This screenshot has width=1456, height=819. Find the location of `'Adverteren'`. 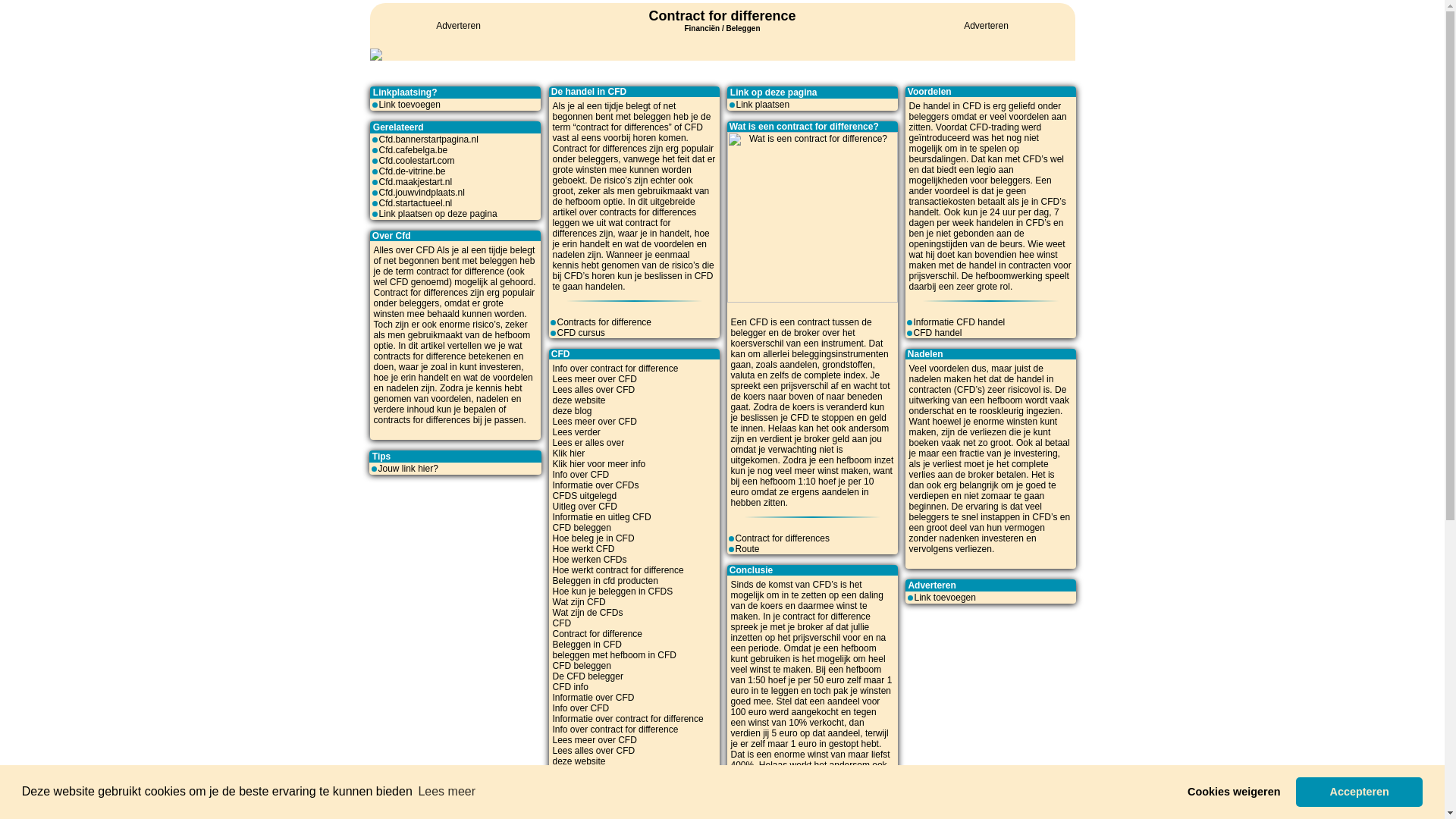

'Adverteren' is located at coordinates (986, 26).